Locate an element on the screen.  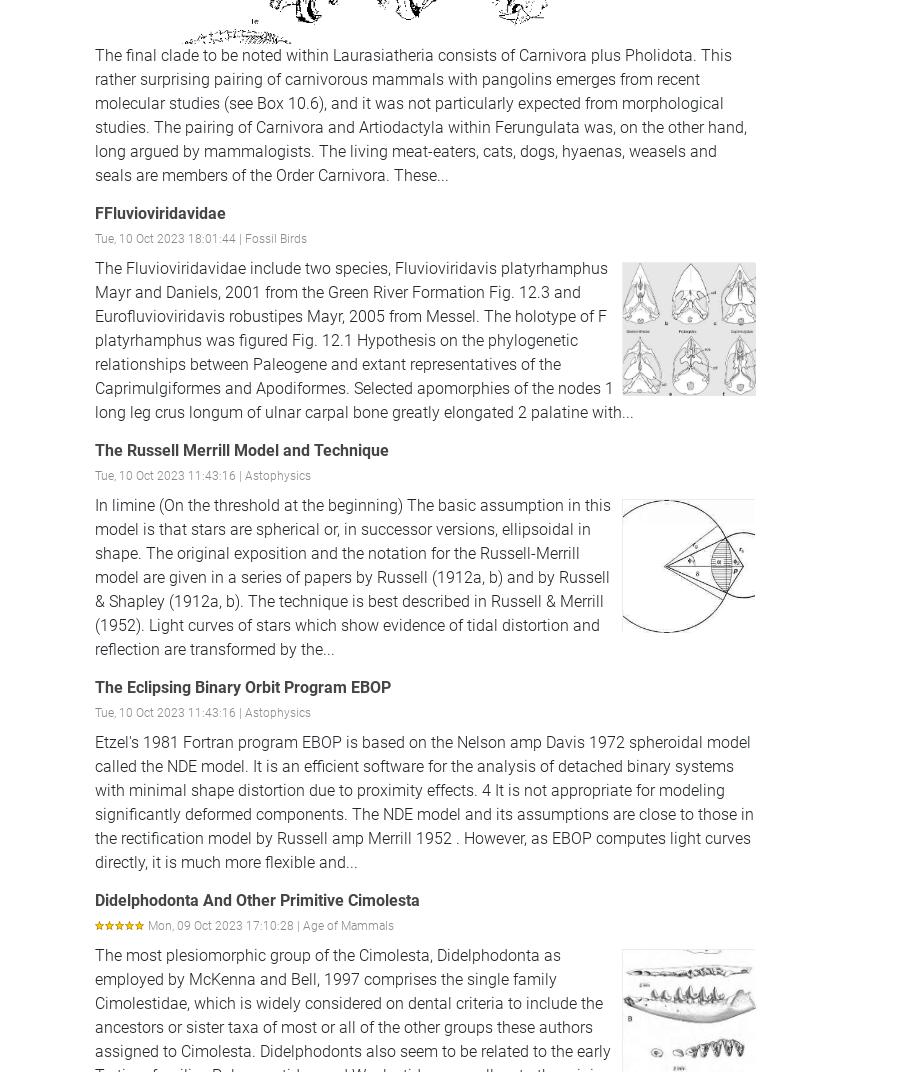
'The final clade to be noted within Laurasiatheria consists of Carnivora plus Pholidota. This rather surprising pairing of carnivorous mammals with pangolins emerges from recent molecular studies (see Box 10.6), and it was not particularly expected from morphological studies. The pairing of Carnivora and Artiodactyla within Ferungulata was, on the other hand, long argued by mammalogists. The living meat-eaters, cats, dogs, hyaenas, weasels and seals are members of the Order Carnivora. These...' is located at coordinates (420, 114).